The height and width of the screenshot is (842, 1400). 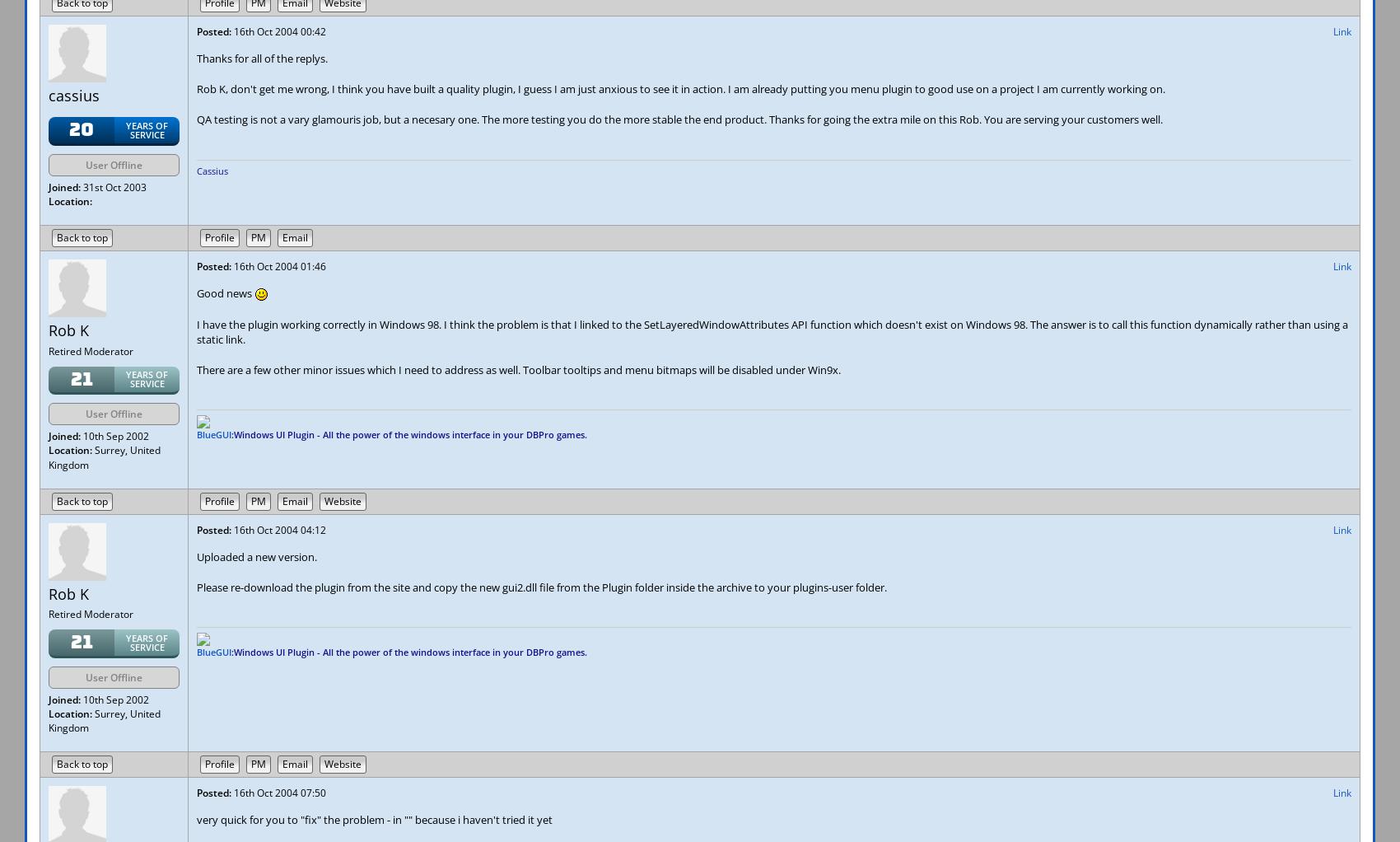 I want to click on '16th Oct 2004 00:42', so click(x=278, y=31).